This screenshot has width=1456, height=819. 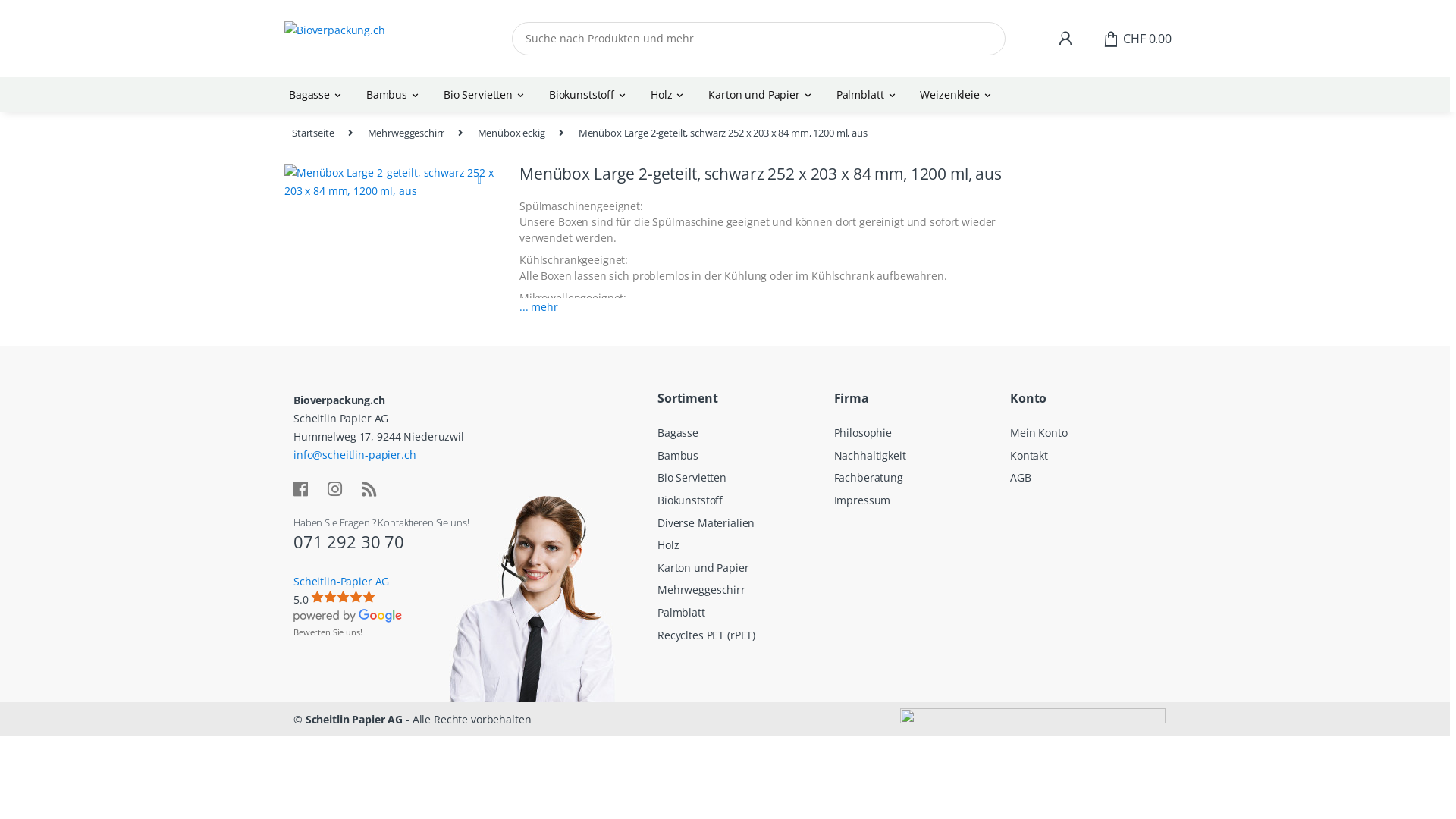 I want to click on 'Recycltes PET (rPET)', so click(x=657, y=635).